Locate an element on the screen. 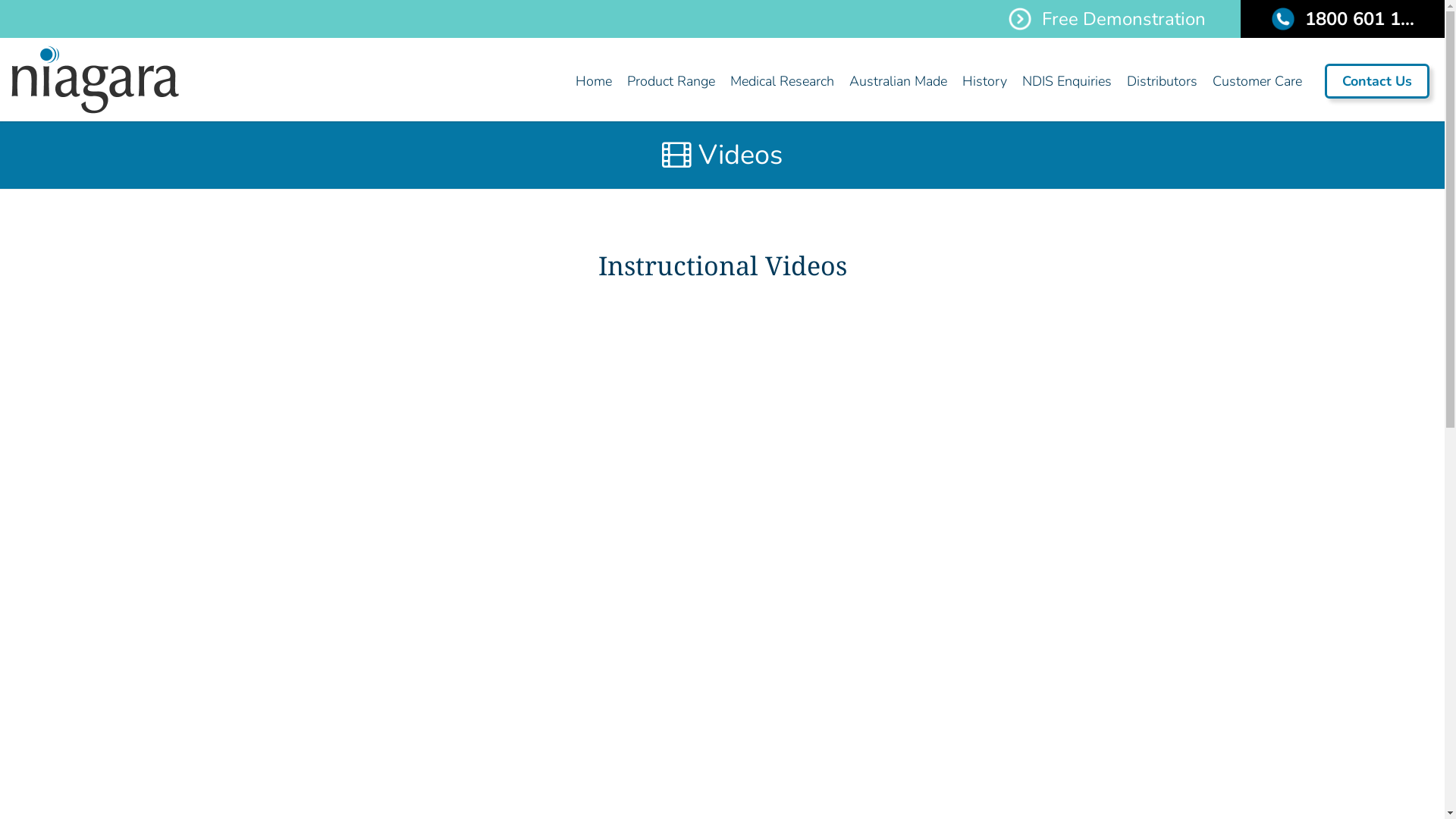  '1800 601 1...' is located at coordinates (1342, 18).